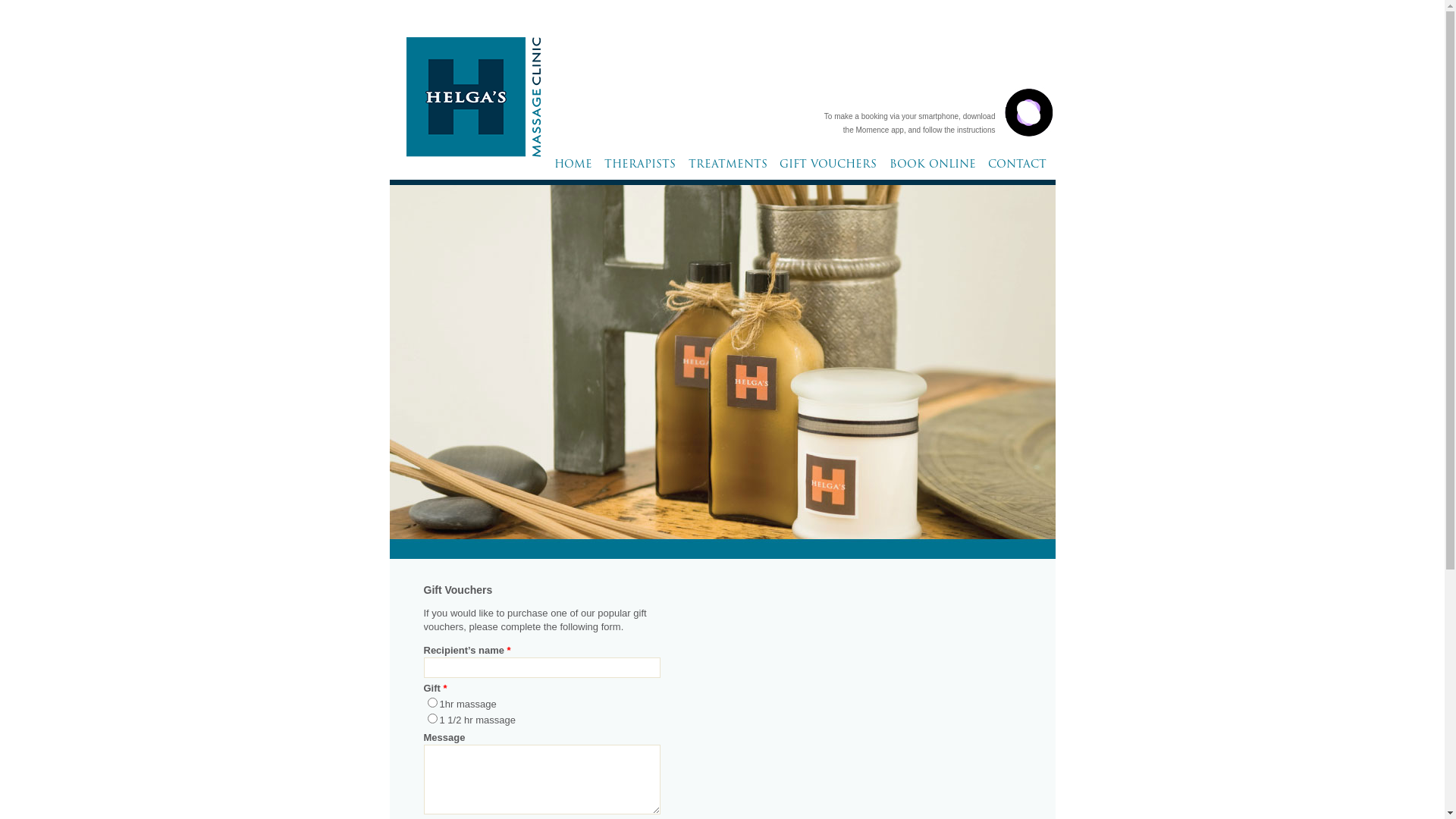 The height and width of the screenshot is (819, 1456). Describe the element at coordinates (885, 168) in the screenshot. I see `'BOOK ONLINE'` at that location.